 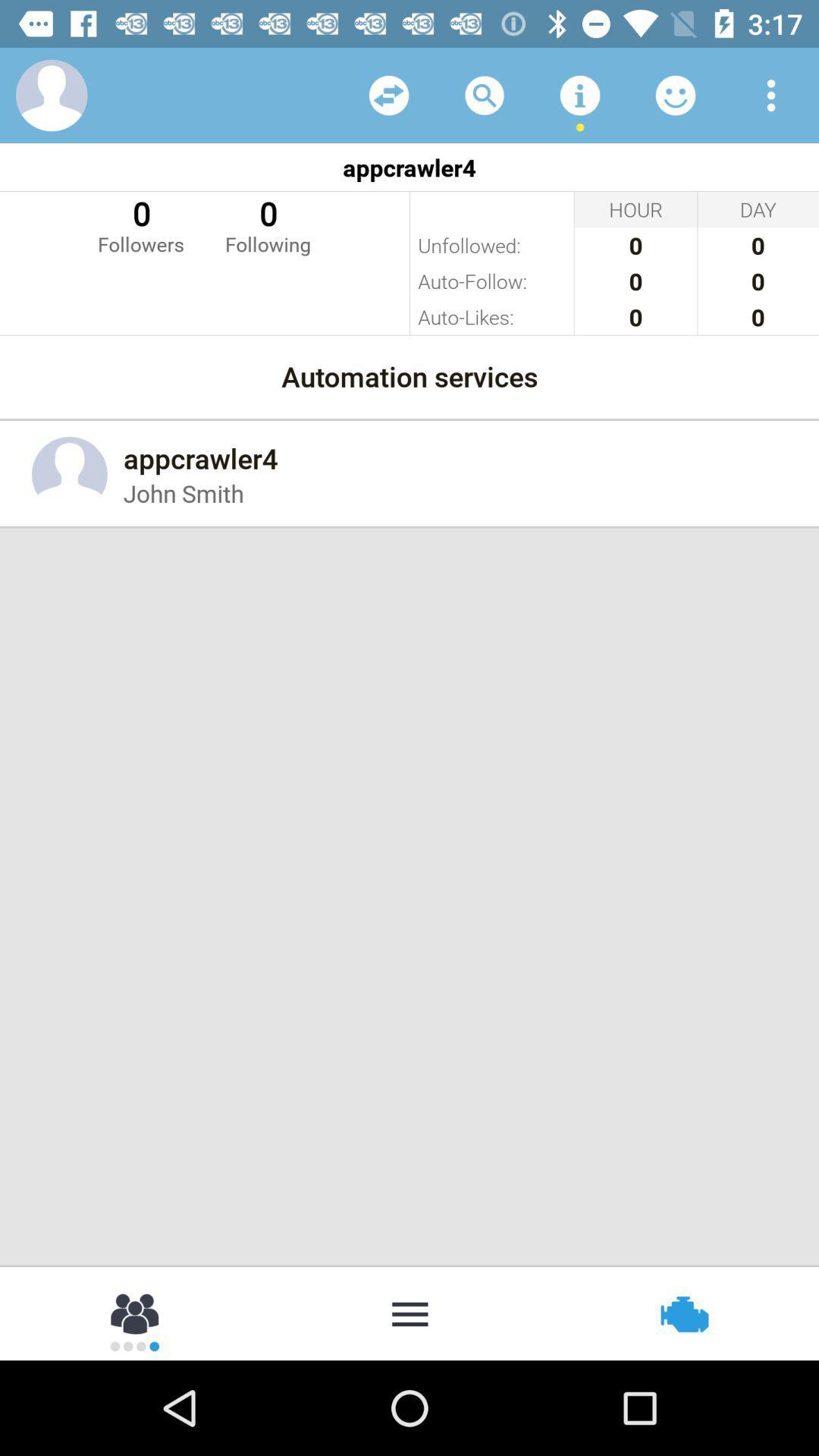 I want to click on additional info on app, so click(x=579, y=94).